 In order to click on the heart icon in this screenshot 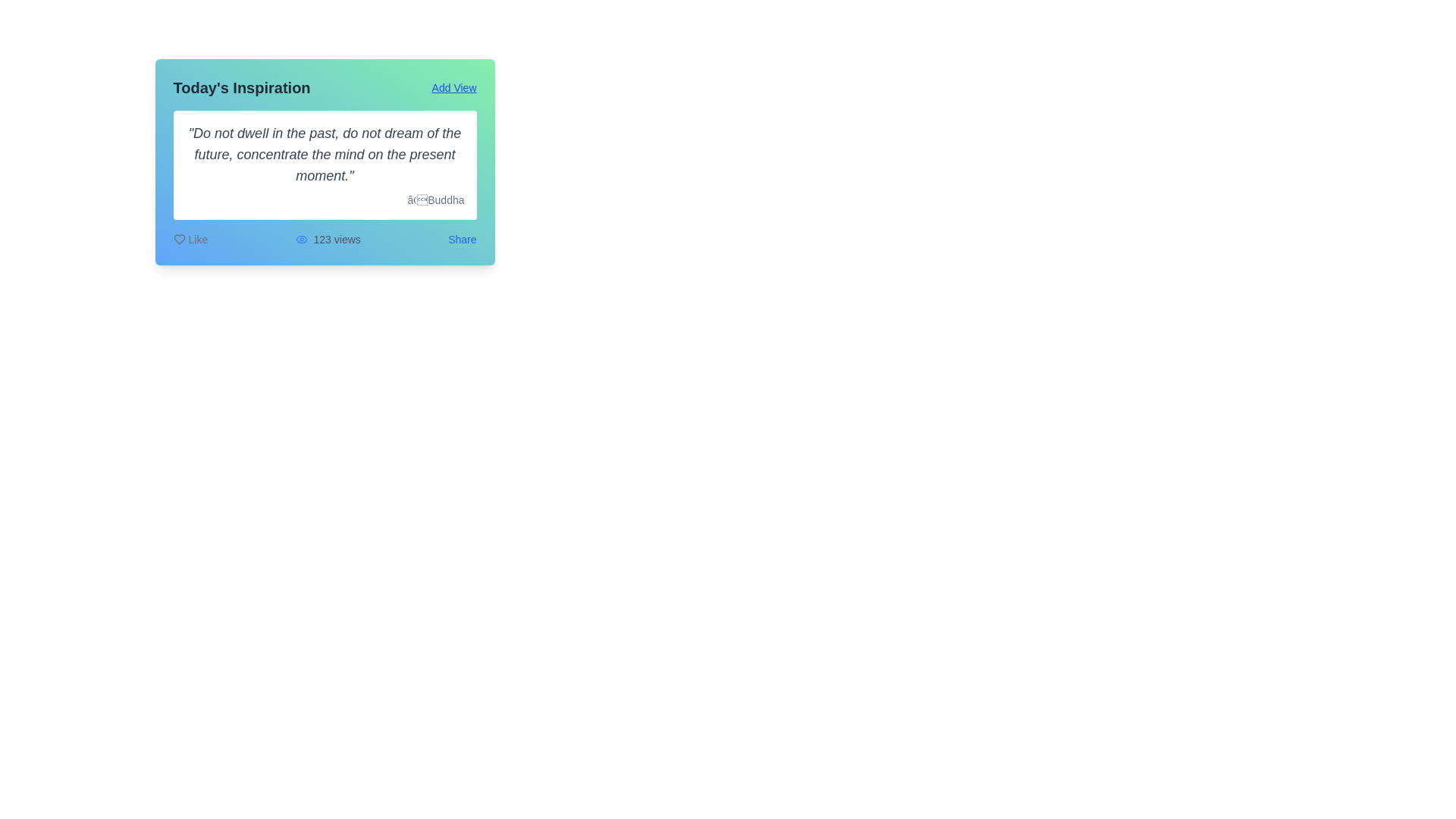, I will do `click(179, 239)`.